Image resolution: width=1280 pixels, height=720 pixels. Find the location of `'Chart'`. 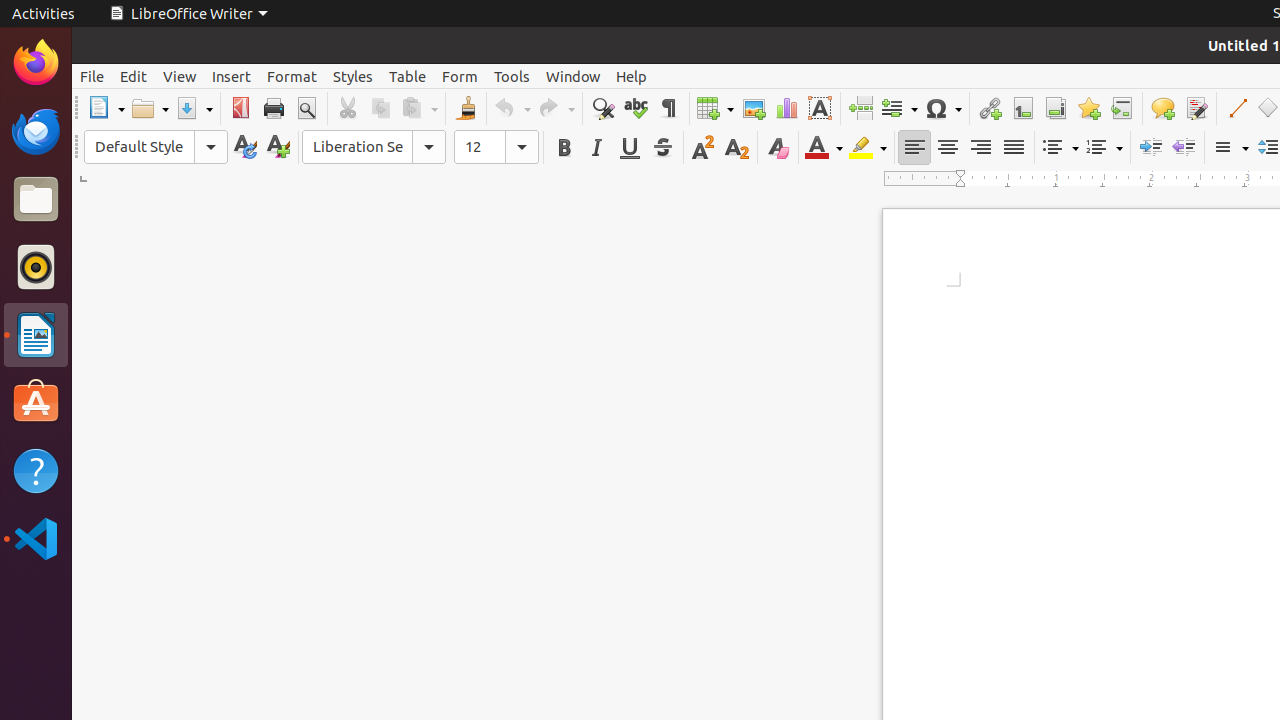

'Chart' is located at coordinates (785, 108).